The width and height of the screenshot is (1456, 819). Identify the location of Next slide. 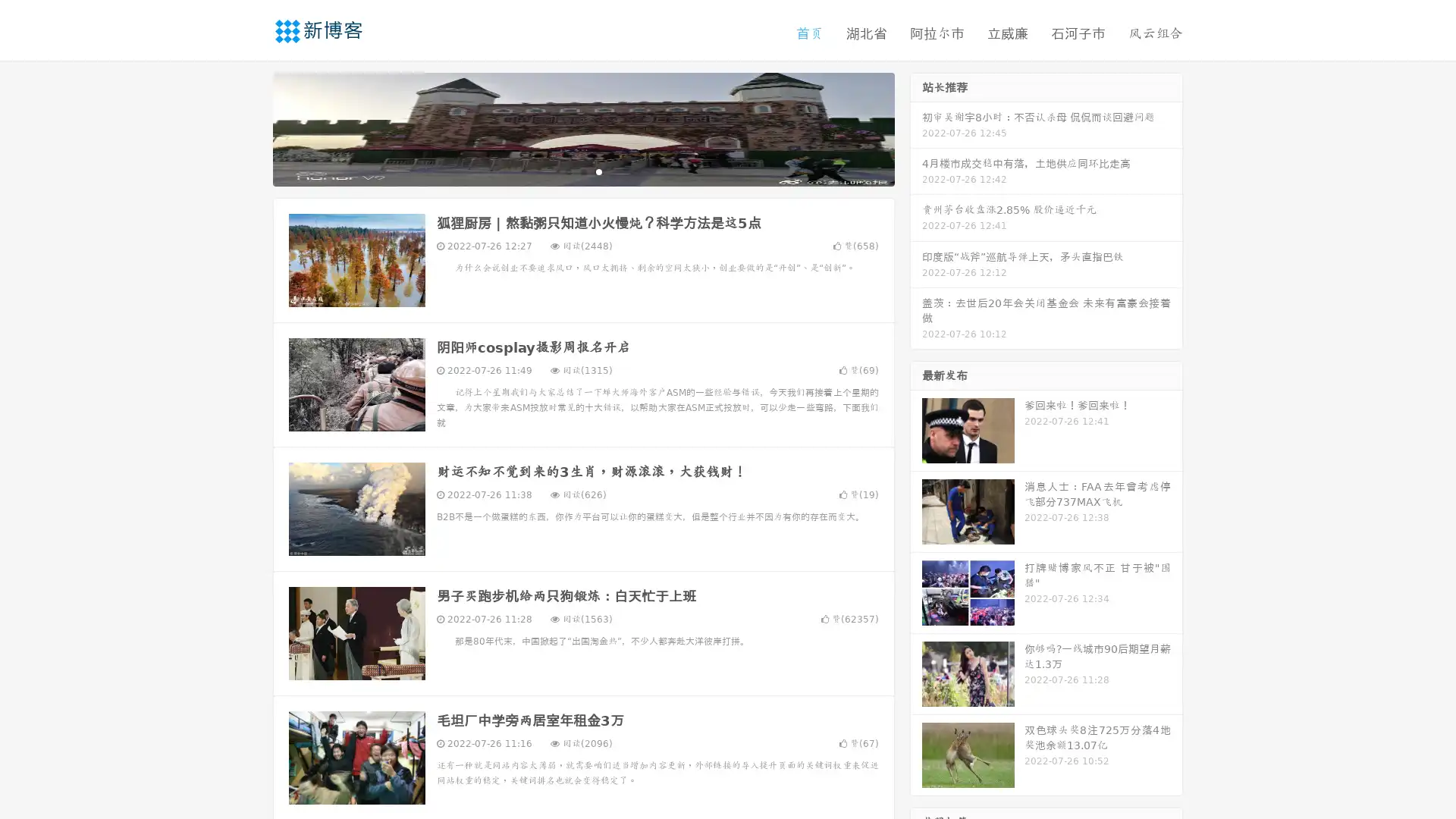
(916, 127).